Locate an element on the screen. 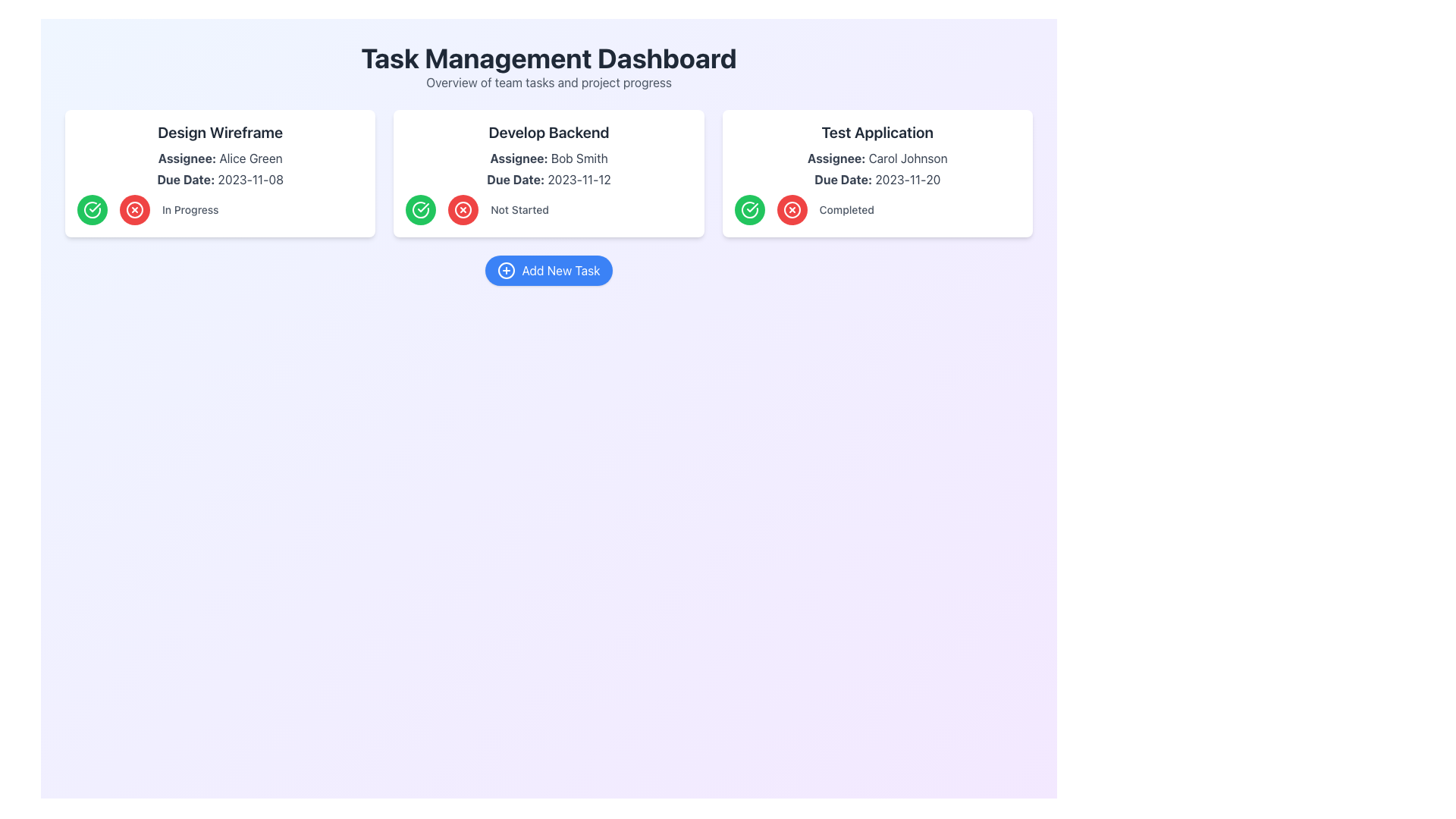 The height and width of the screenshot is (819, 1456). the text label displaying 'Due Date: 2023-11-20' located in the bottom section of the card labeled 'Test Application', positioned under 'Assignee: Carol Johnson' and above 'Completed' is located at coordinates (877, 178).